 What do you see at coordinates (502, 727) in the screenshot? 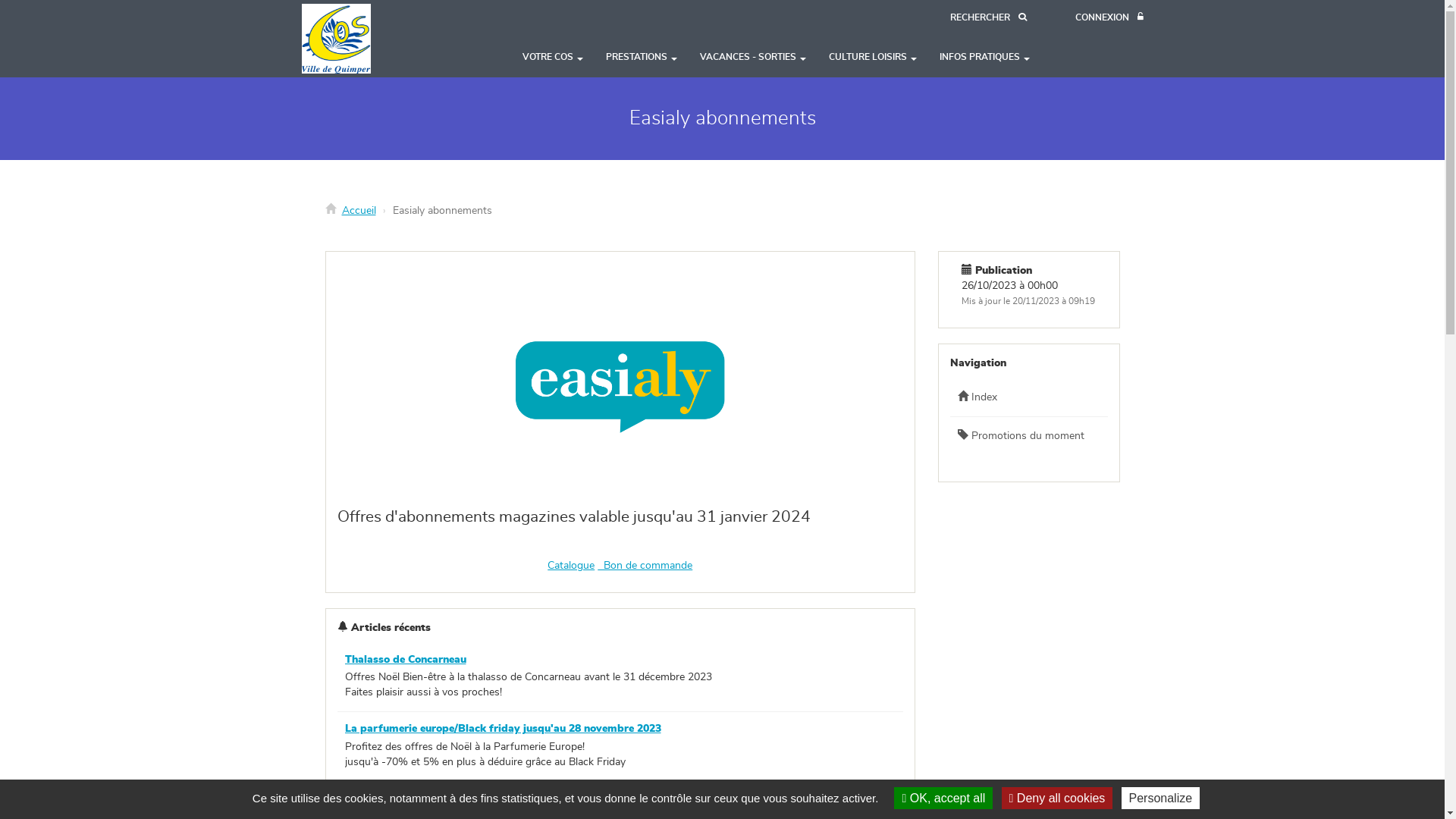
I see `'La parfumerie europe/Black friday jusqu'au 28 novembre 2023'` at bounding box center [502, 727].